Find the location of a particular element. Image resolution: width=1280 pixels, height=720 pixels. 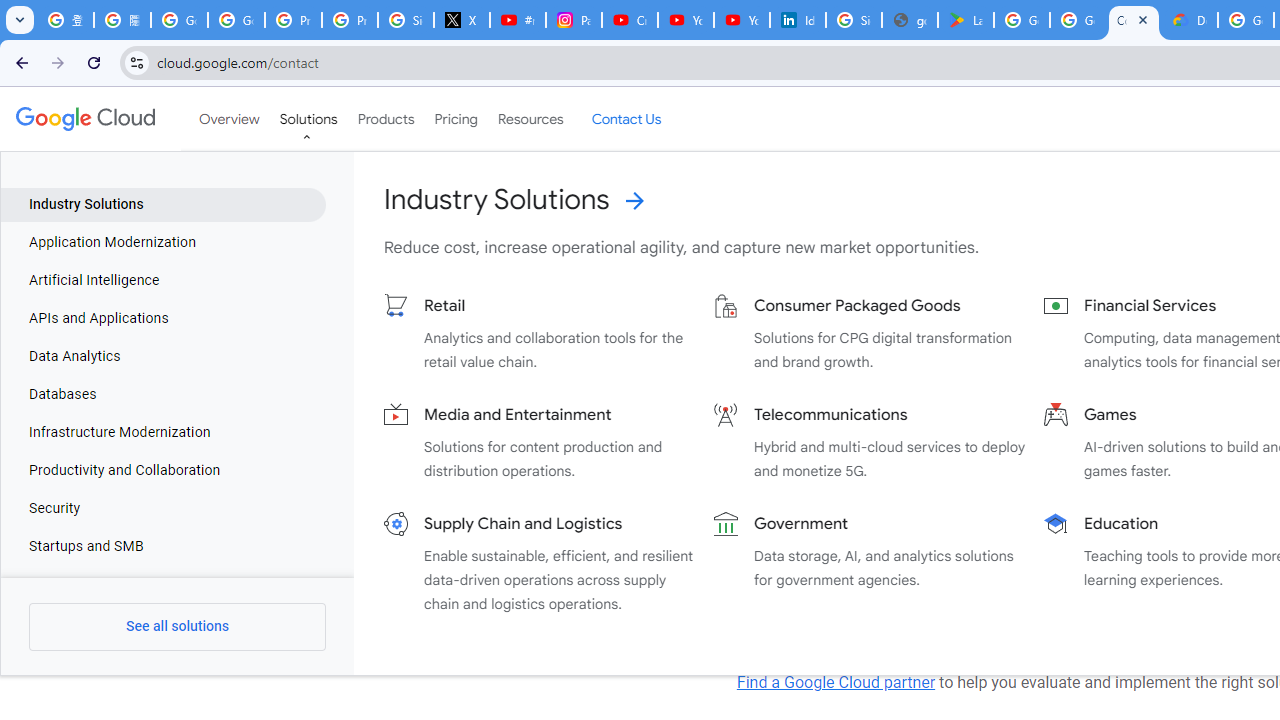

'Data Analytics' is located at coordinates (163, 355).